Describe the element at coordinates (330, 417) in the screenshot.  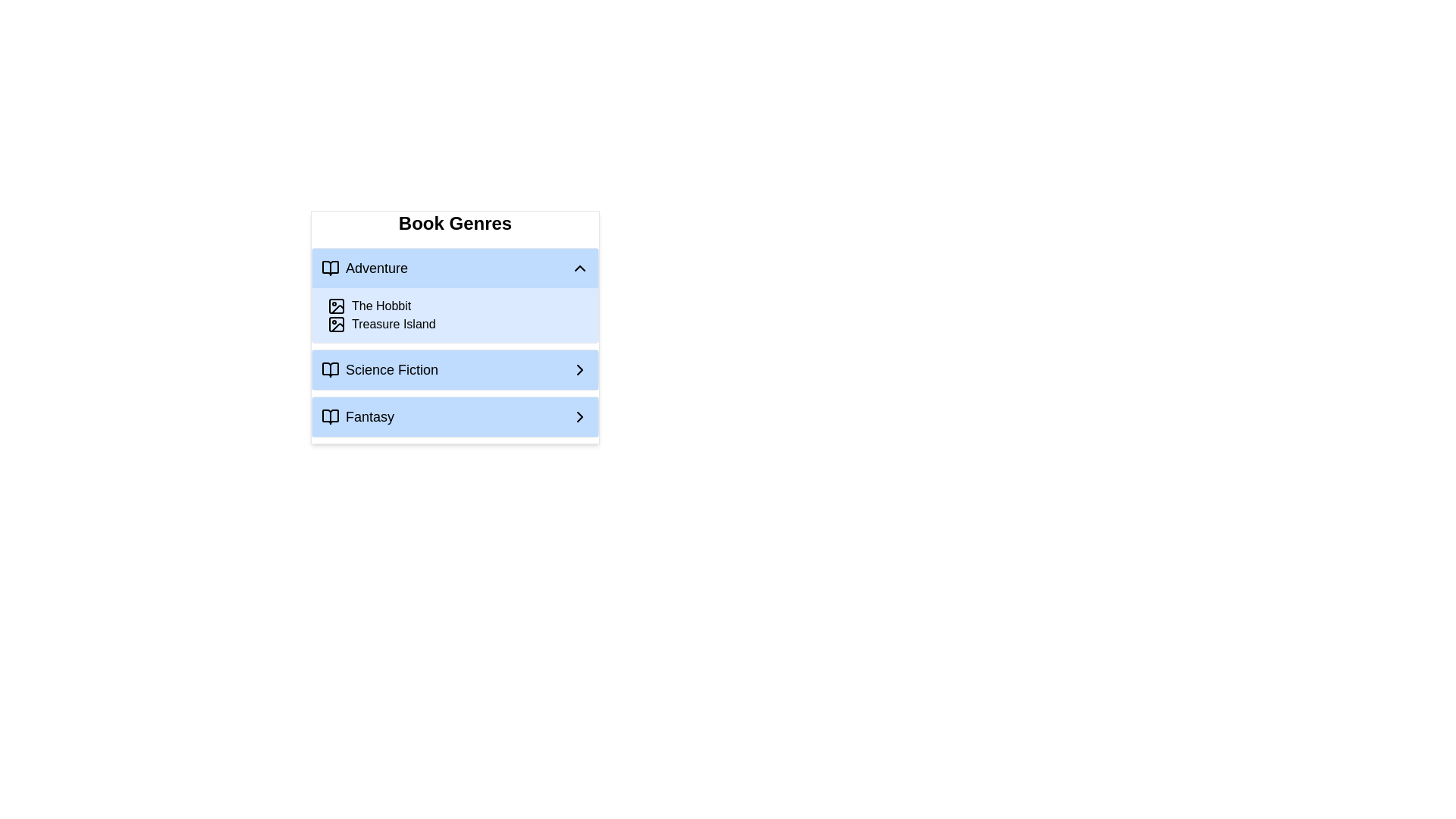
I see `the open book icon with a silhouette design that is positioned to the left of the text 'Fantasy' in the 'Book Genres' interface list` at that location.